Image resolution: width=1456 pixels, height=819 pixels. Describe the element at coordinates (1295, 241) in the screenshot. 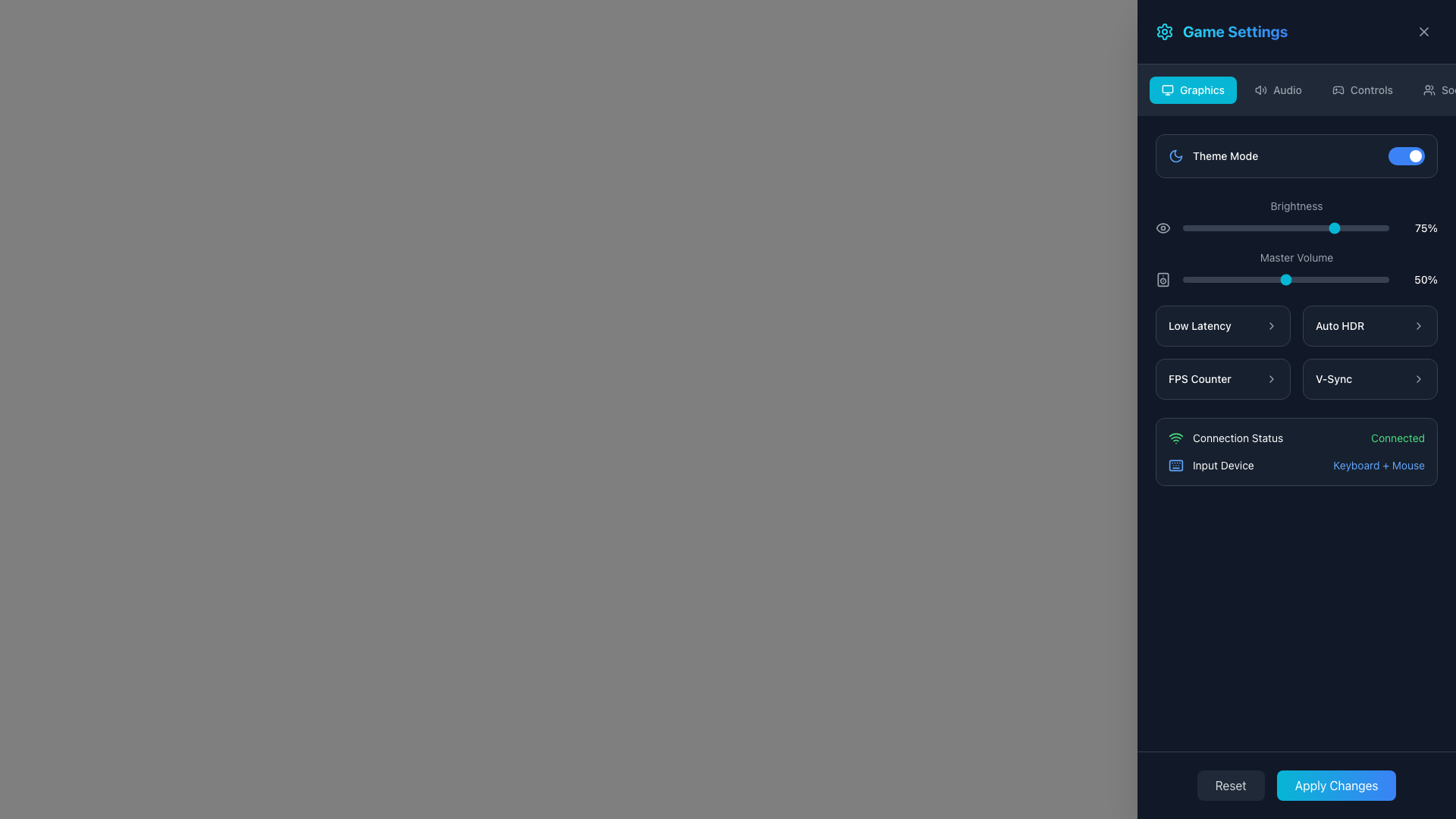

I see `the composite UI component containing the two interactive range sliders for 'Brightness' and 'Master Volume'` at that location.